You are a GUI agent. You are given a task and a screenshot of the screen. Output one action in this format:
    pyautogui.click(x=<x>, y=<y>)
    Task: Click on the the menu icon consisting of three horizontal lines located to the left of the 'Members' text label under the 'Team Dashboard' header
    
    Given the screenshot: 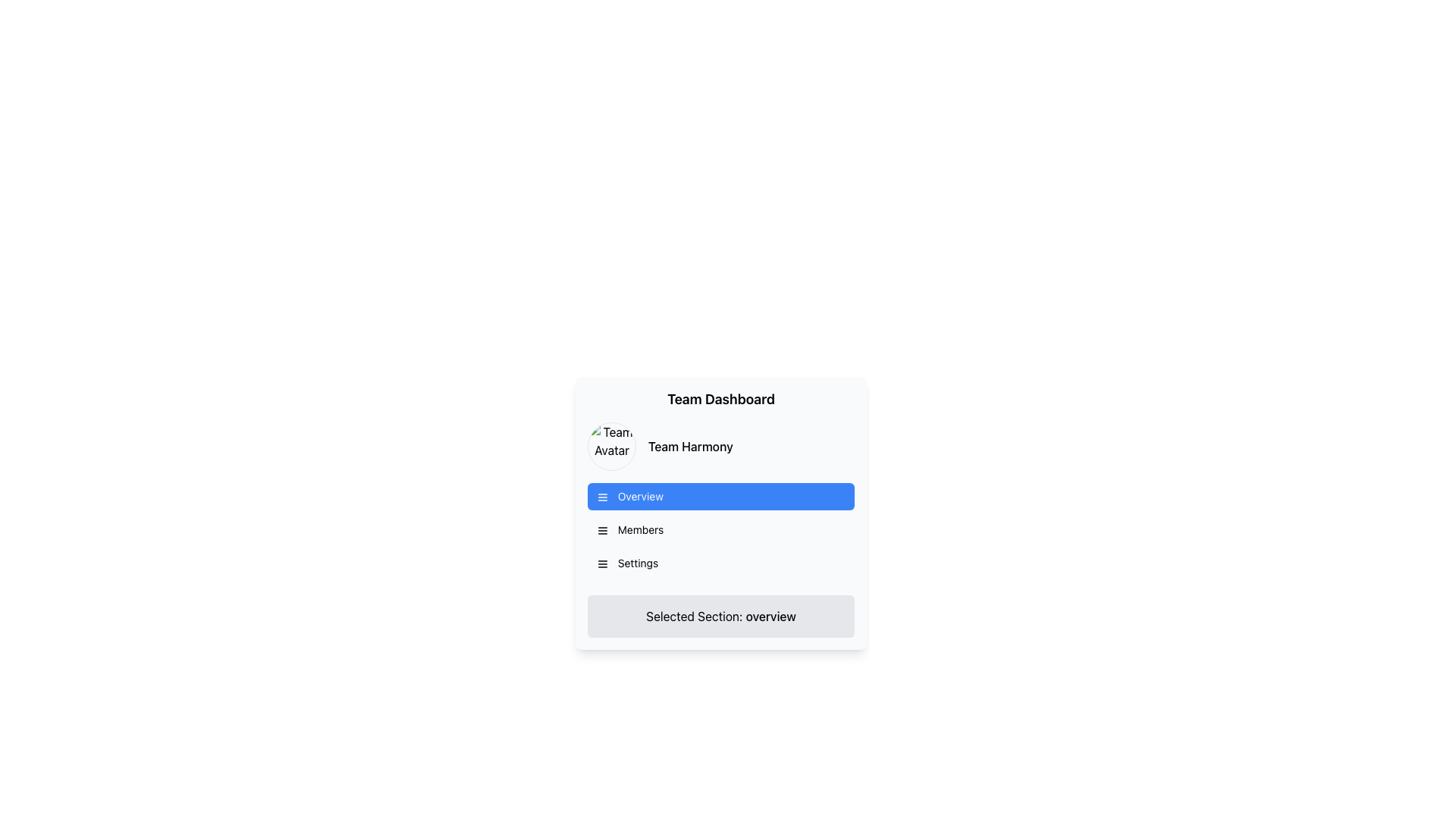 What is the action you would take?
    pyautogui.click(x=602, y=529)
    